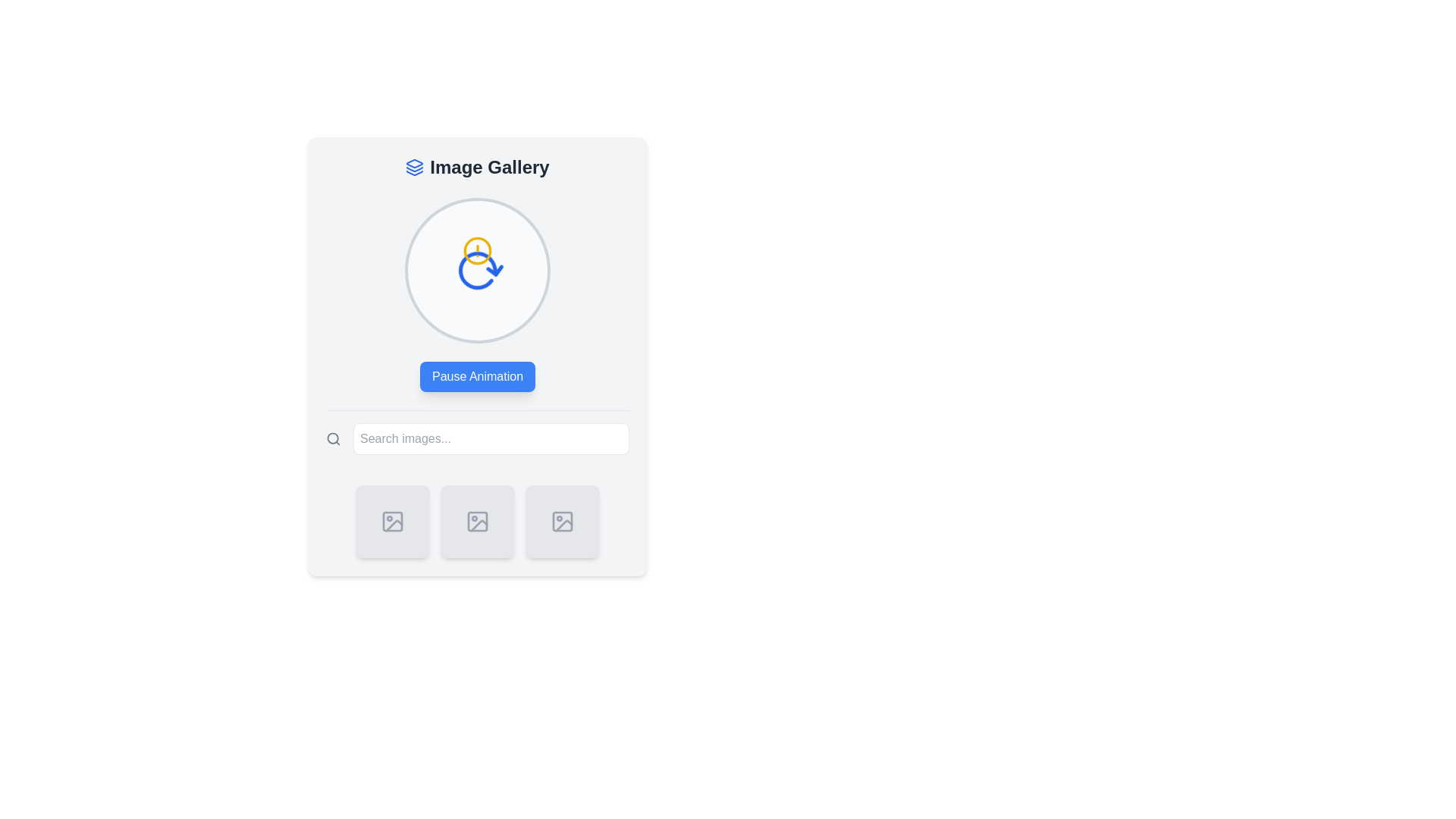  Describe the element at coordinates (393, 520) in the screenshot. I see `the leftmost icon resembling a simplistic image frame with a small circle` at that location.